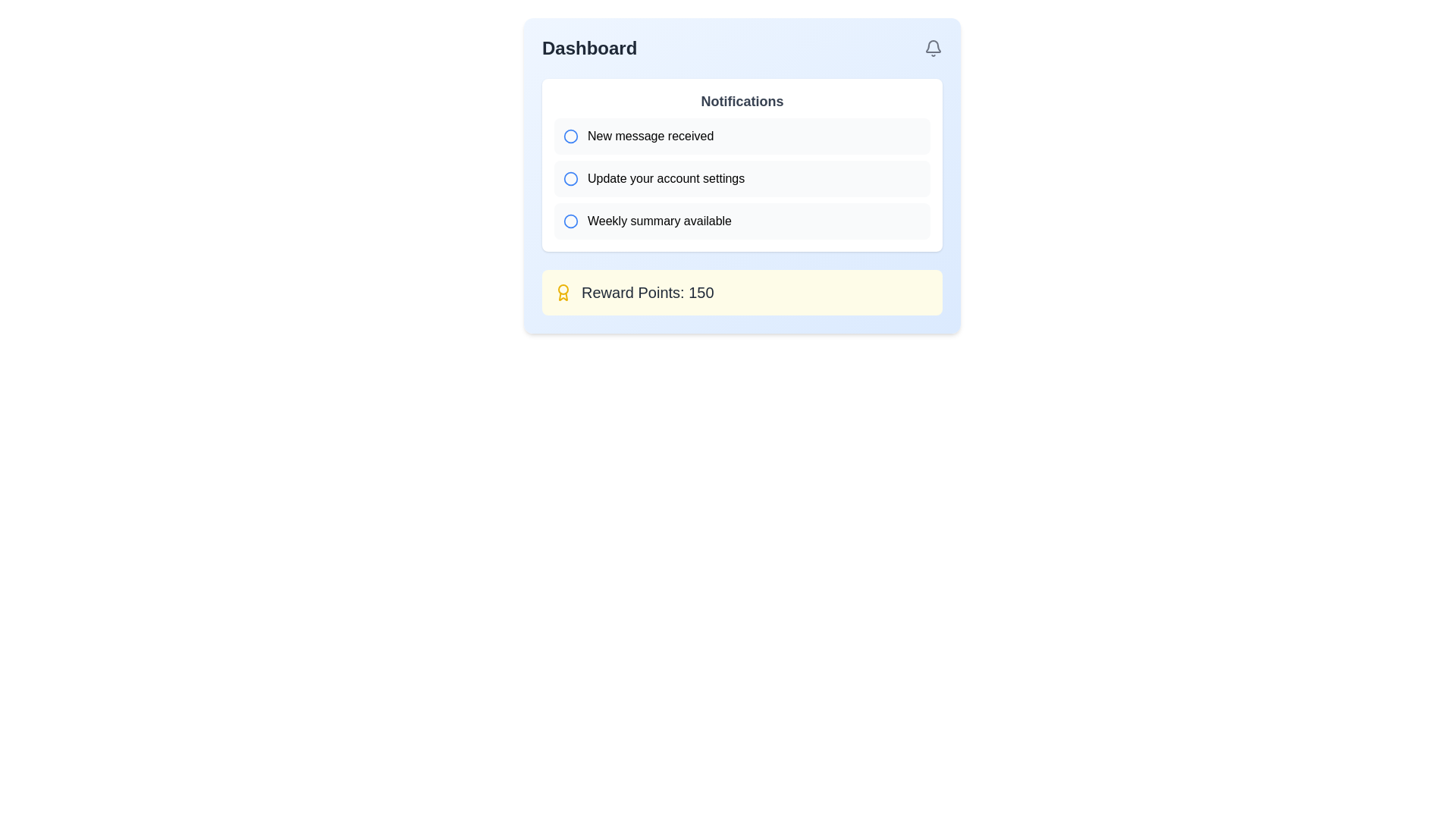 Image resolution: width=1456 pixels, height=819 pixels. I want to click on the second notification entry in the 'Notifications' section of the main dashboard, so click(742, 177).